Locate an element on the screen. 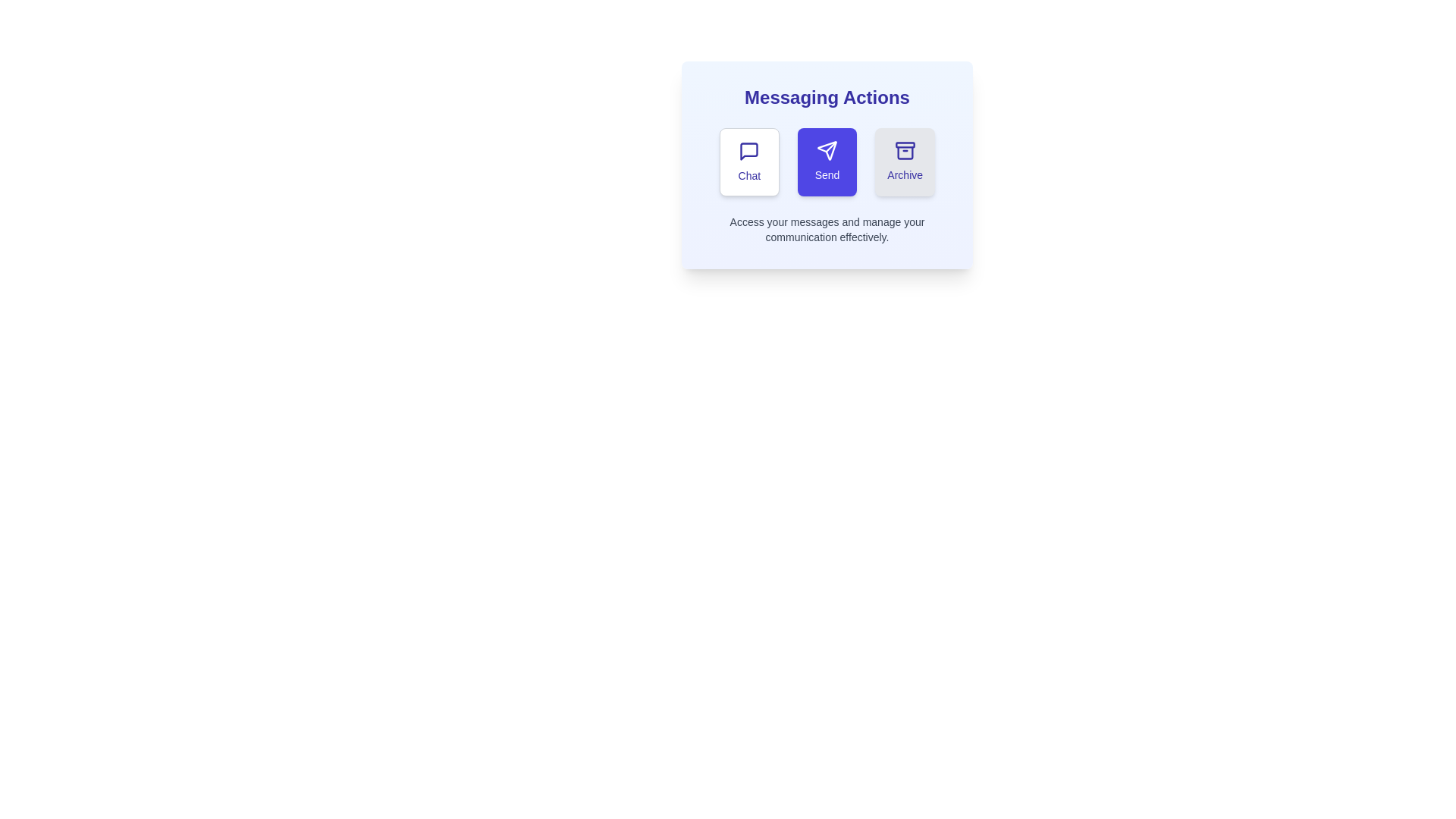 The image size is (1456, 819). text label that describes the 'Archive' button, which is located at the bottom of a rectangular button structure aligned with a storage bin icon is located at coordinates (905, 174).